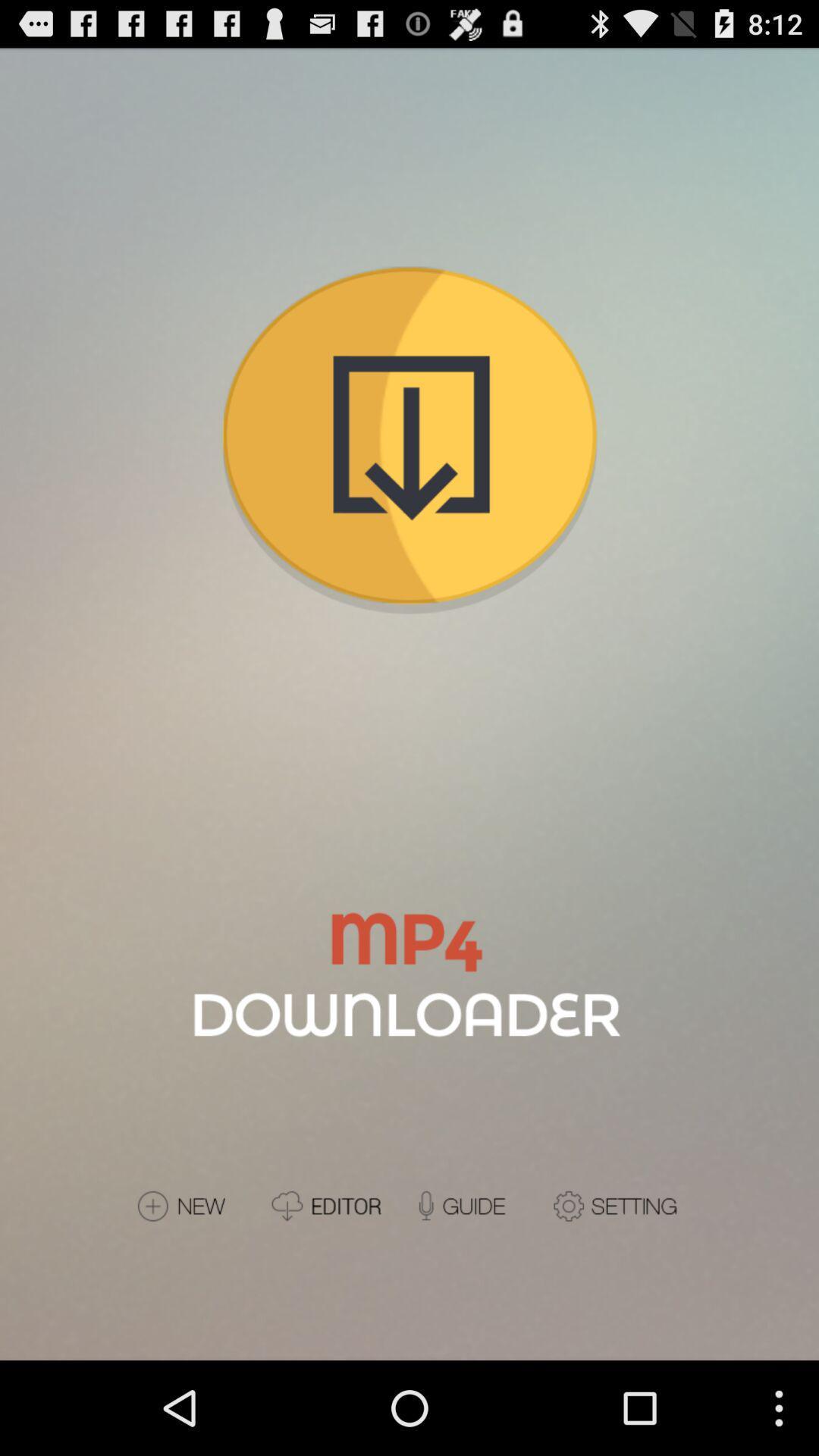  What do you see at coordinates (617, 1205) in the screenshot?
I see `settings button` at bounding box center [617, 1205].